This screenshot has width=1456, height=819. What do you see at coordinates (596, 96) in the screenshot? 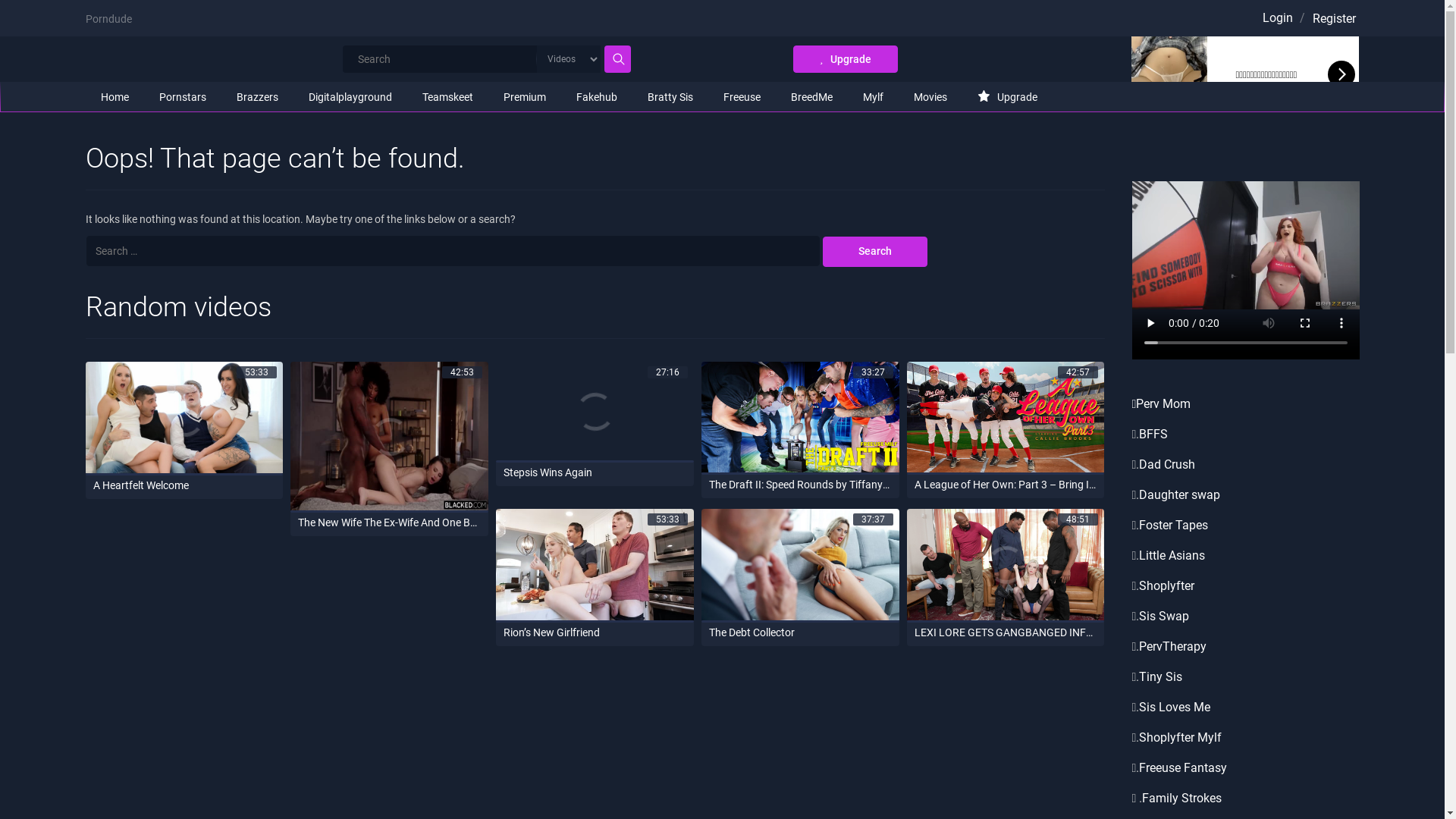
I see `'Fakehub'` at bounding box center [596, 96].